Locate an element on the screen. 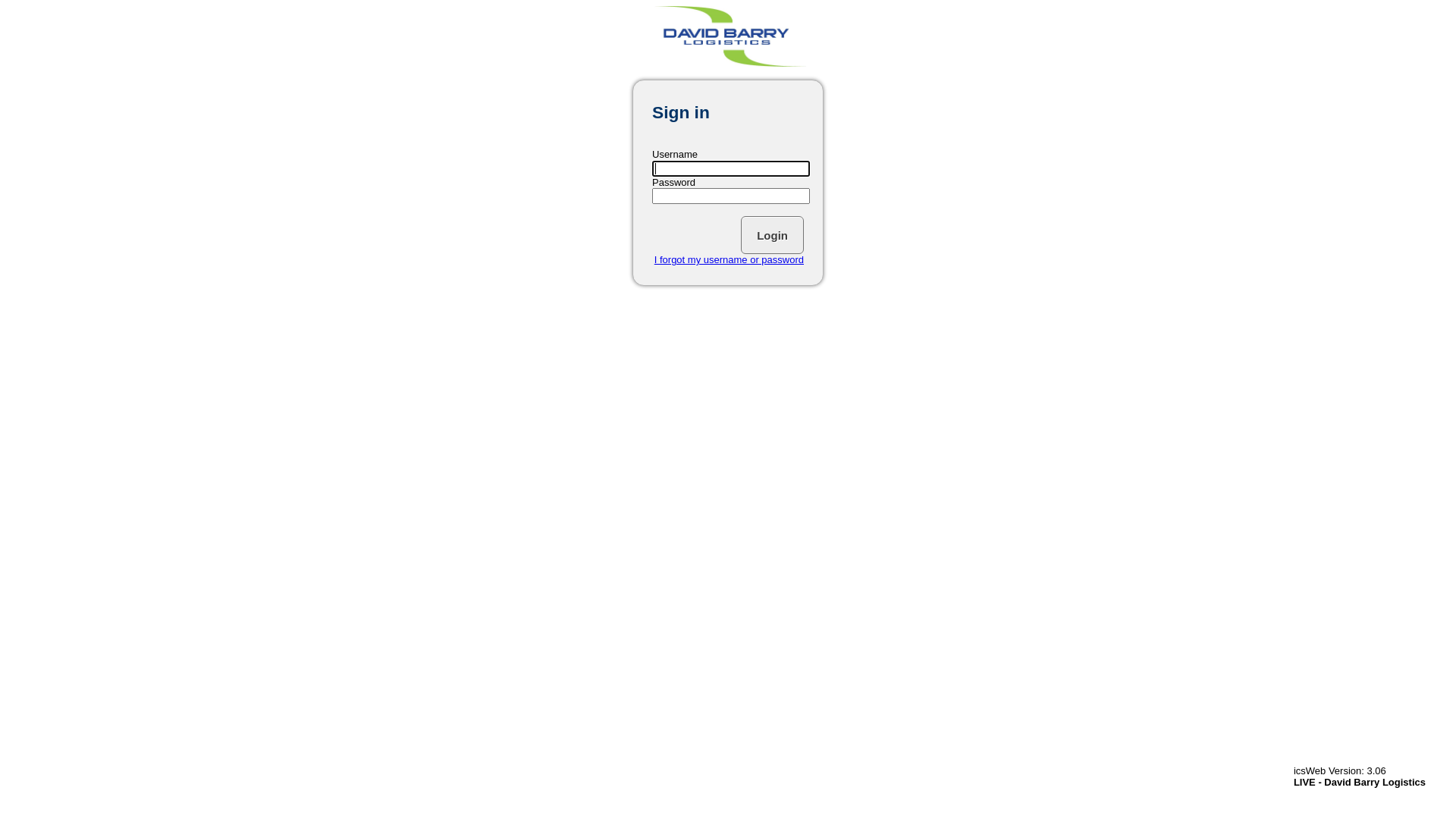 This screenshot has height=819, width=1456. 'Login' is located at coordinates (741, 234).